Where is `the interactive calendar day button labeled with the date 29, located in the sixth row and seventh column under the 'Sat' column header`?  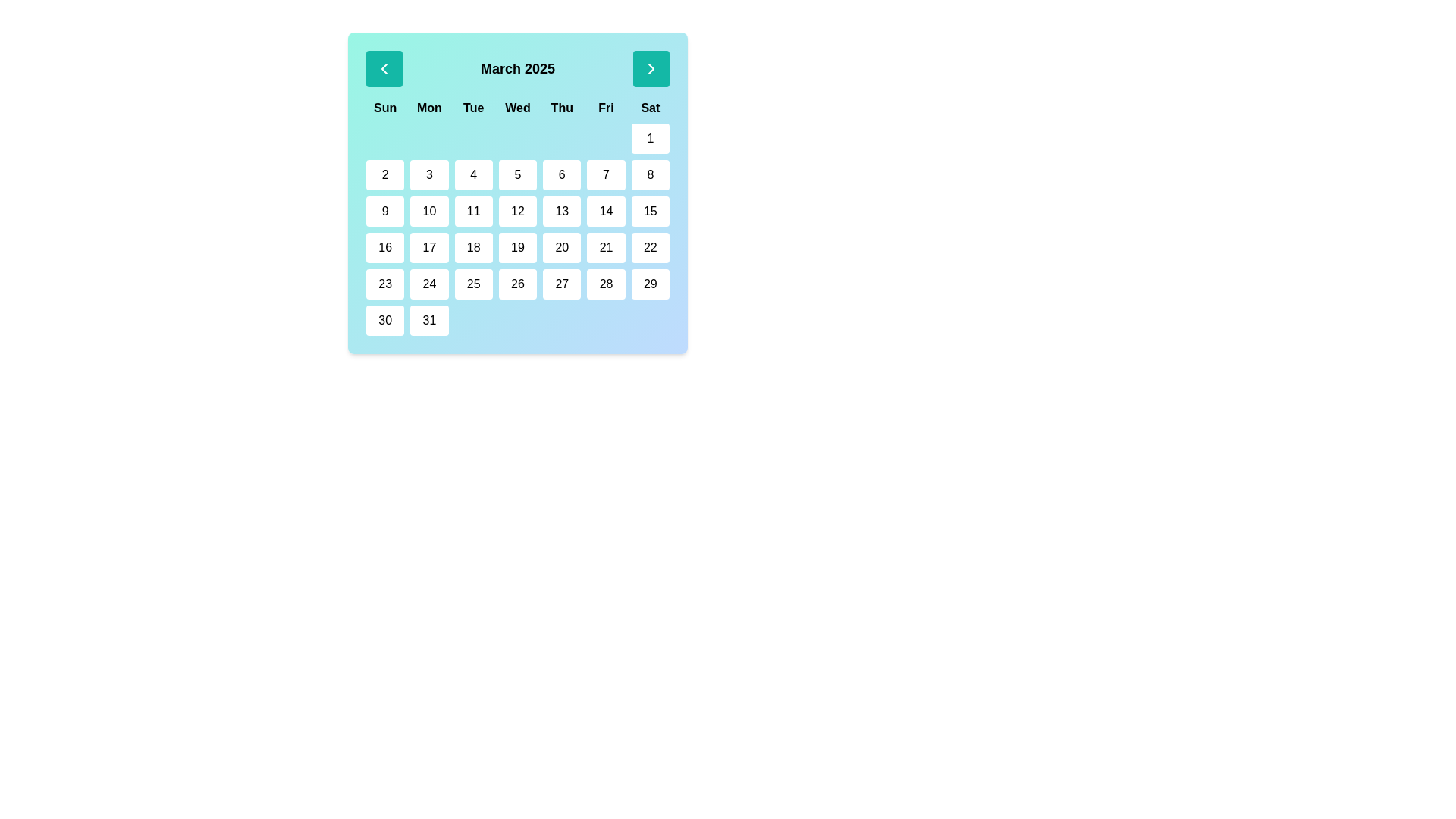
the interactive calendar day button labeled with the date 29, located in the sixth row and seventh column under the 'Sat' column header is located at coordinates (650, 284).